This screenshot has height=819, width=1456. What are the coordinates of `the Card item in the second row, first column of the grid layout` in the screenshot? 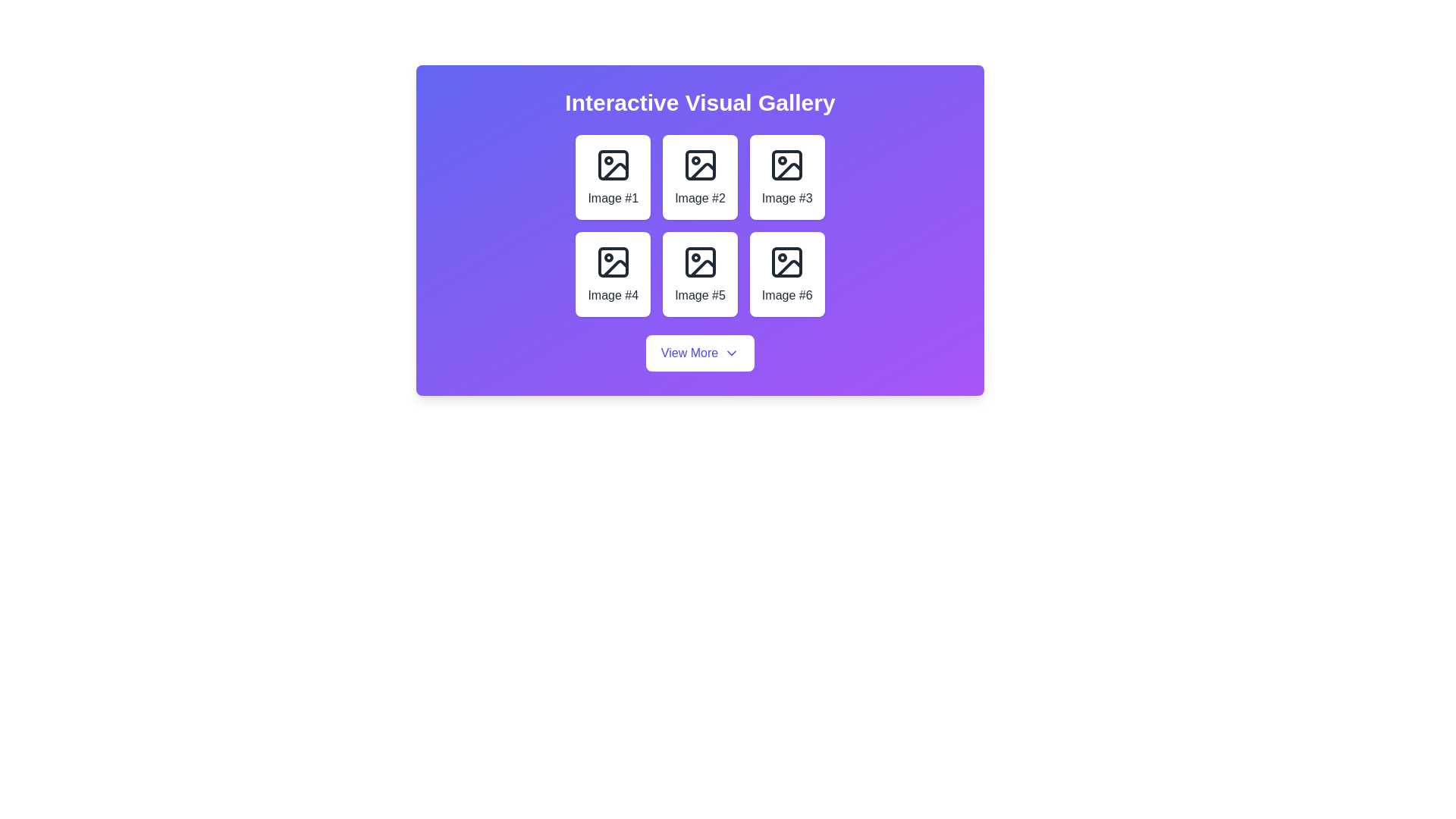 It's located at (613, 275).